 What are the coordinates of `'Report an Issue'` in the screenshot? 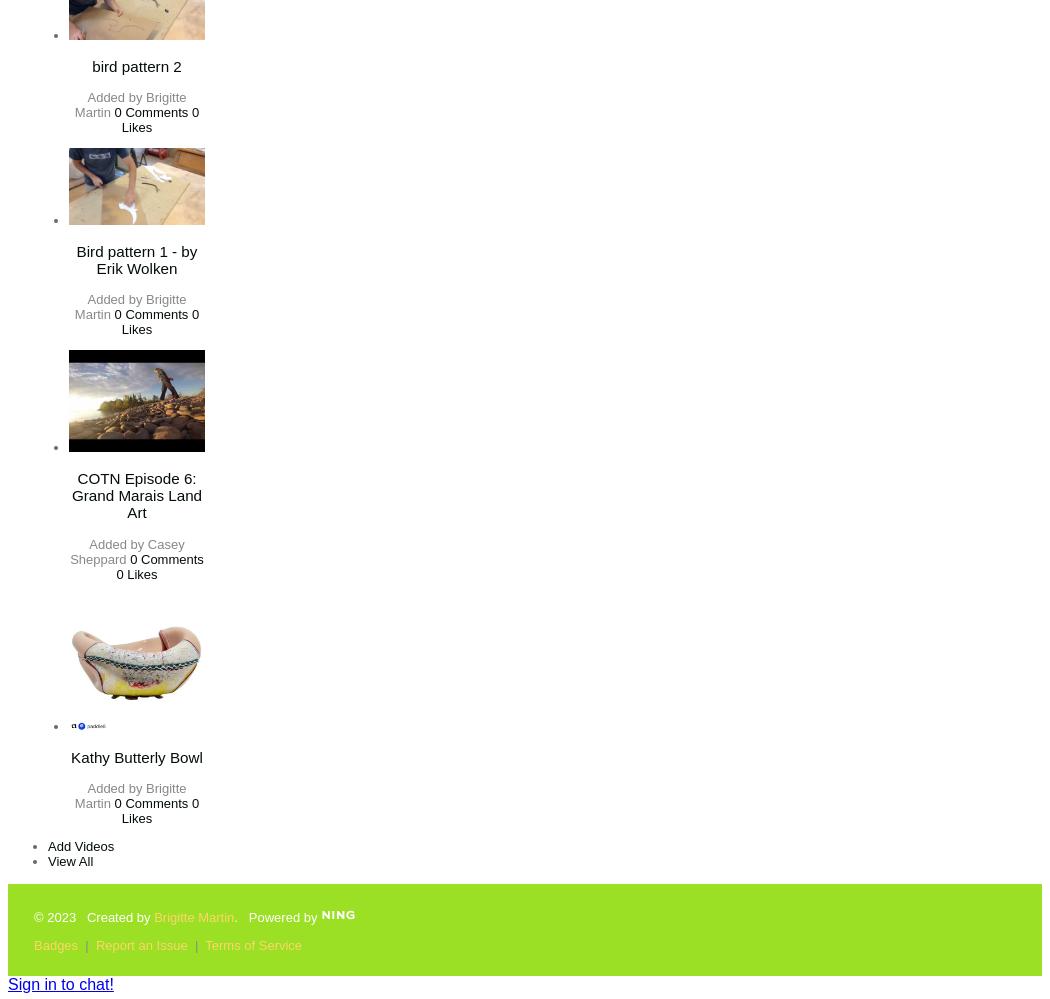 It's located at (140, 944).